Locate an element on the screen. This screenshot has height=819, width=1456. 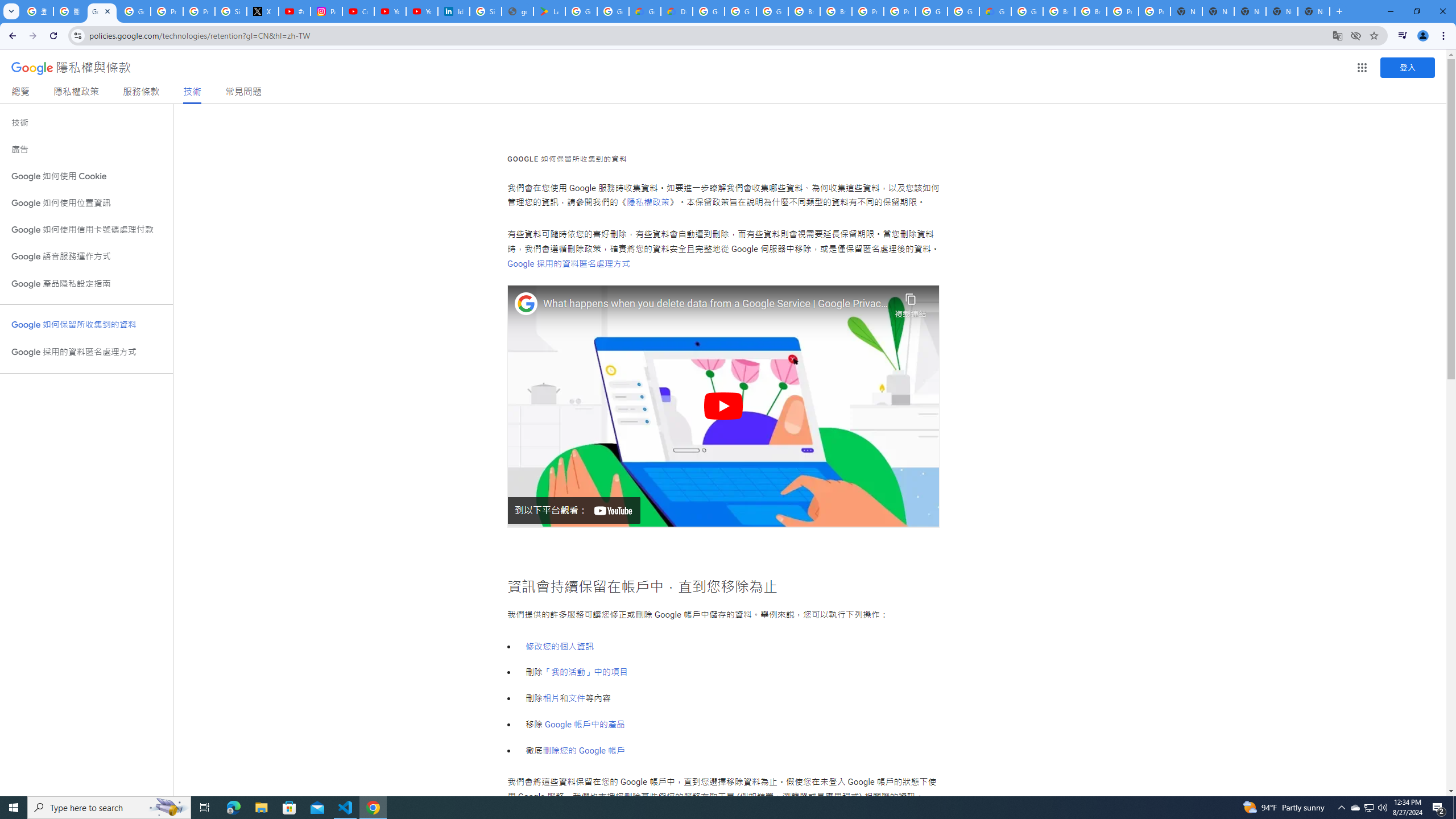
'Browse Chrome as a guest - Computer - Google Chrome Help' is located at coordinates (835, 11).